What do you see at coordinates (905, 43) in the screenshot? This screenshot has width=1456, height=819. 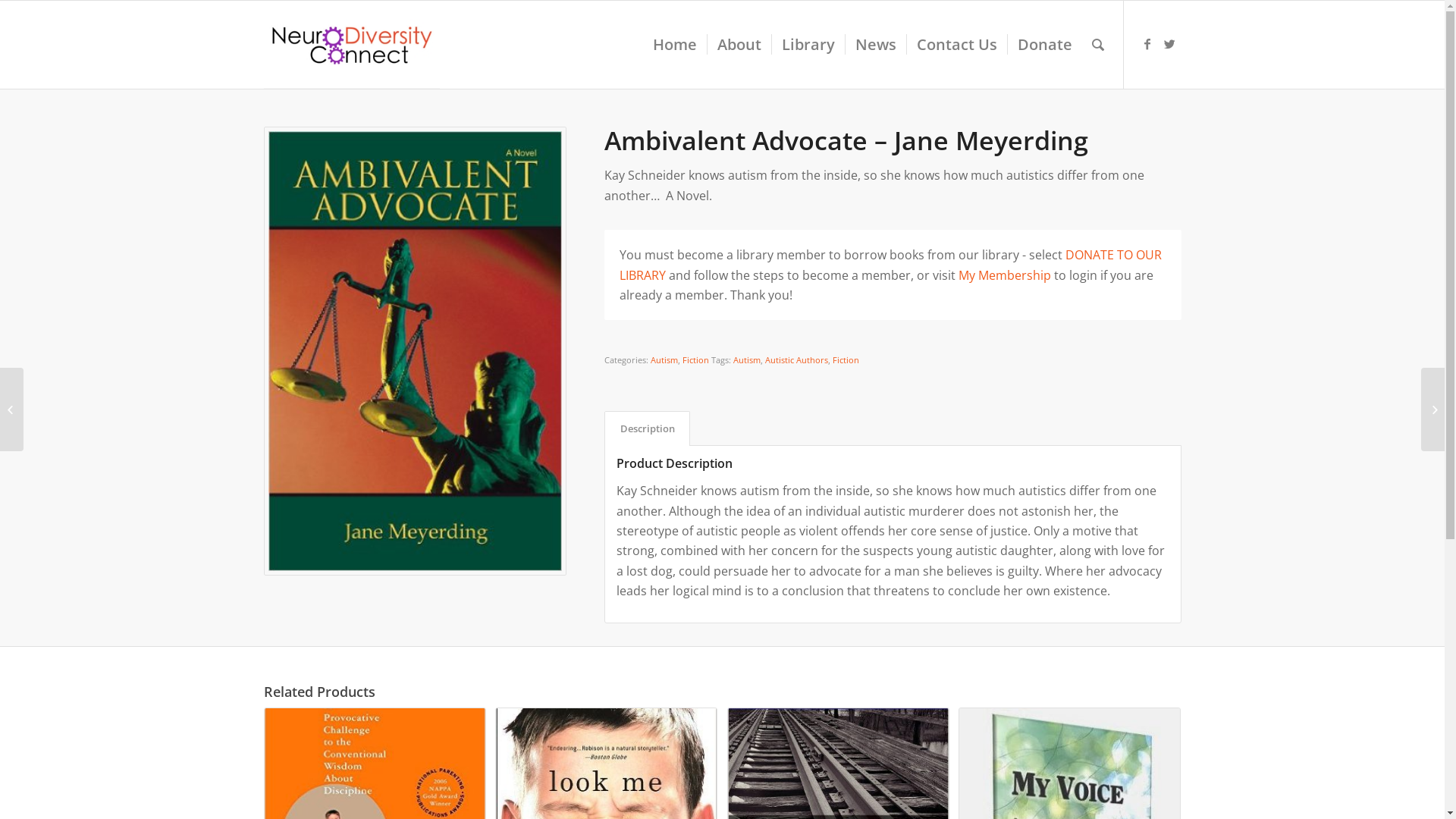 I see `'Contact Us'` at bounding box center [905, 43].